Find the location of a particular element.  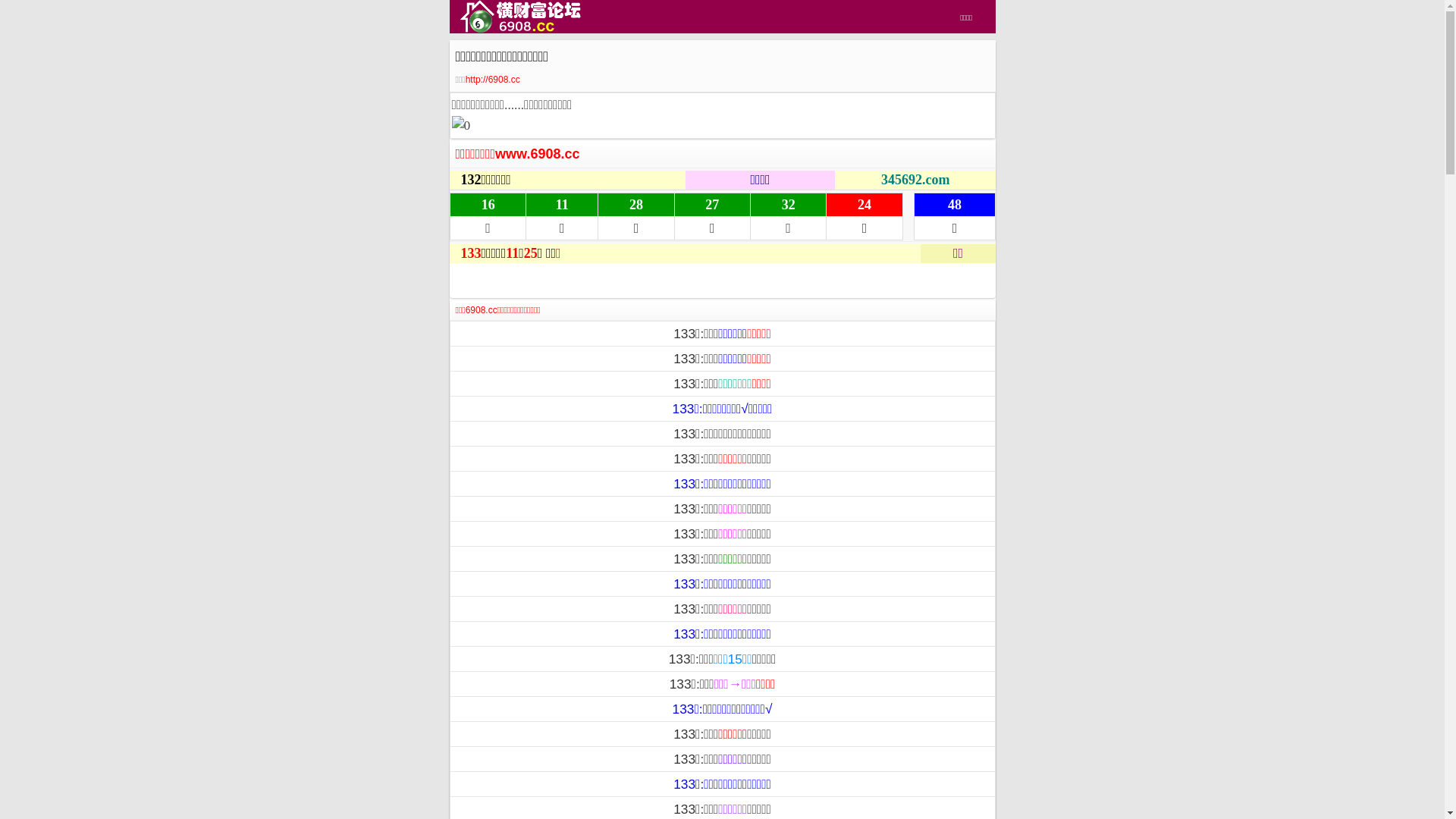

'0' is located at coordinates (460, 124).